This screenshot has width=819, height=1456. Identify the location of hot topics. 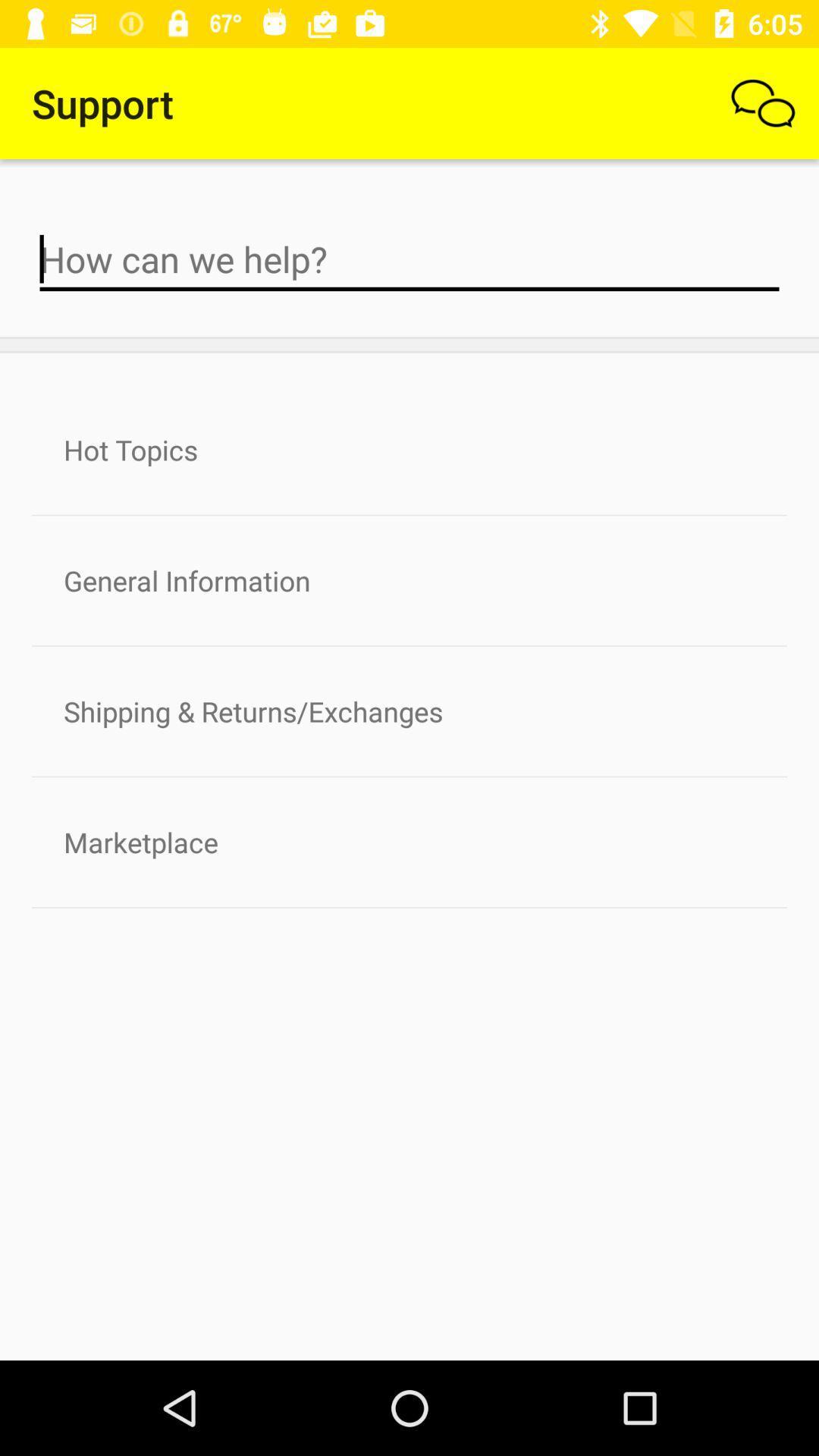
(409, 449).